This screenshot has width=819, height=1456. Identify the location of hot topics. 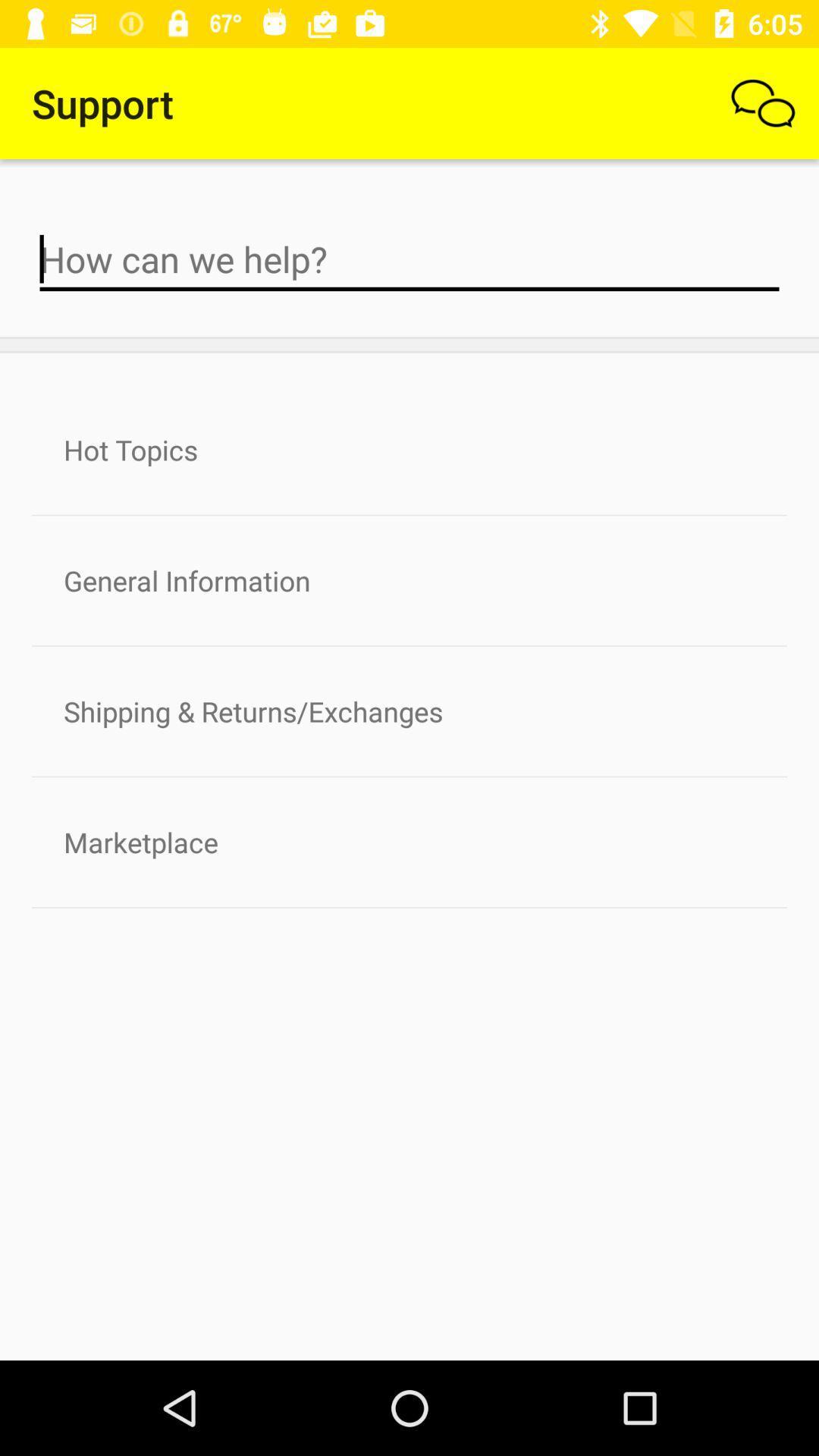
(409, 449).